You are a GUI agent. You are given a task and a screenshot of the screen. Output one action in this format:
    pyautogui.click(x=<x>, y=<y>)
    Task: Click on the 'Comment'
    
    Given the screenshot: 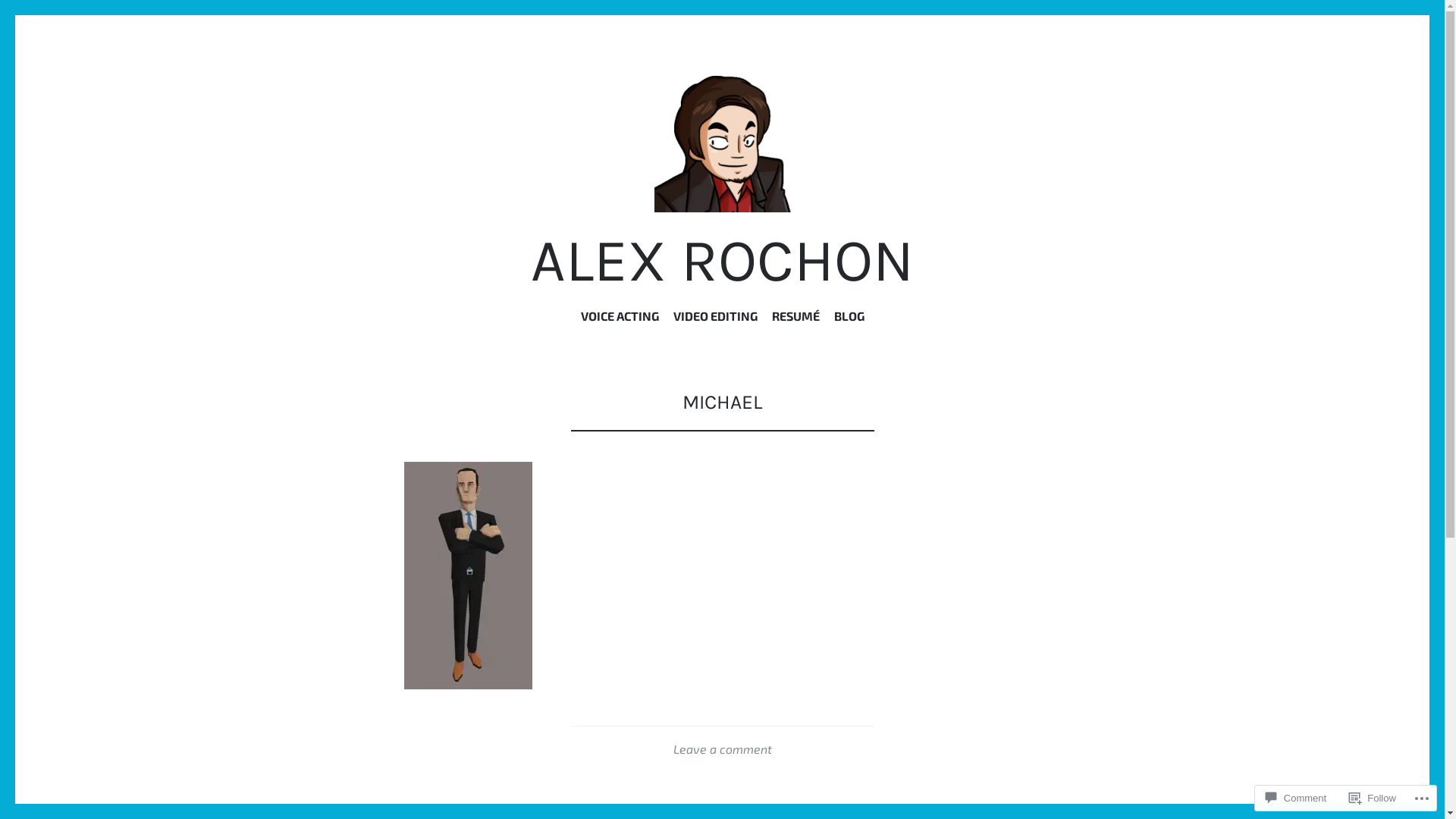 What is the action you would take?
    pyautogui.click(x=1259, y=797)
    